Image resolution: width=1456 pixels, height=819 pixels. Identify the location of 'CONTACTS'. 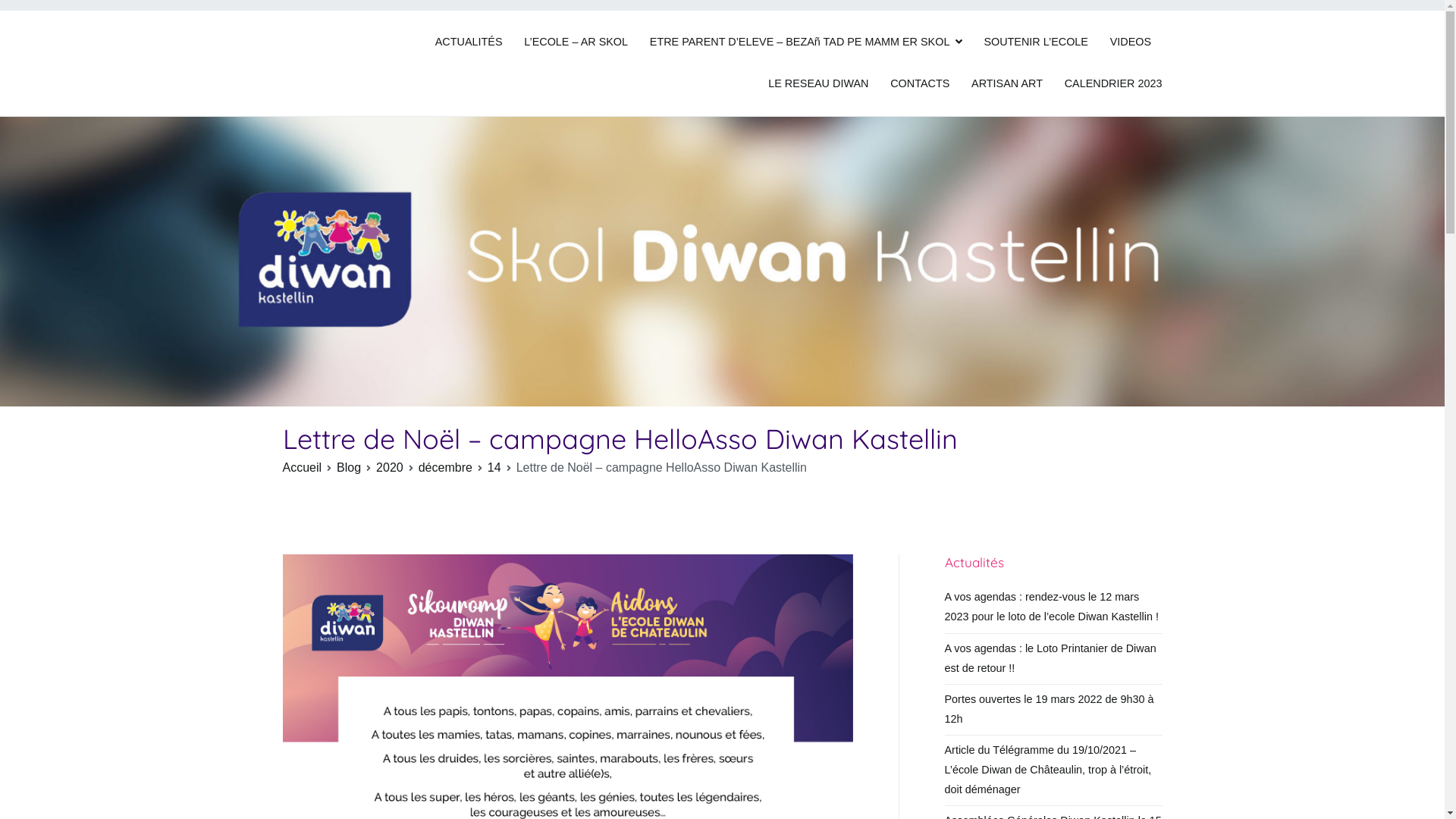
(919, 84).